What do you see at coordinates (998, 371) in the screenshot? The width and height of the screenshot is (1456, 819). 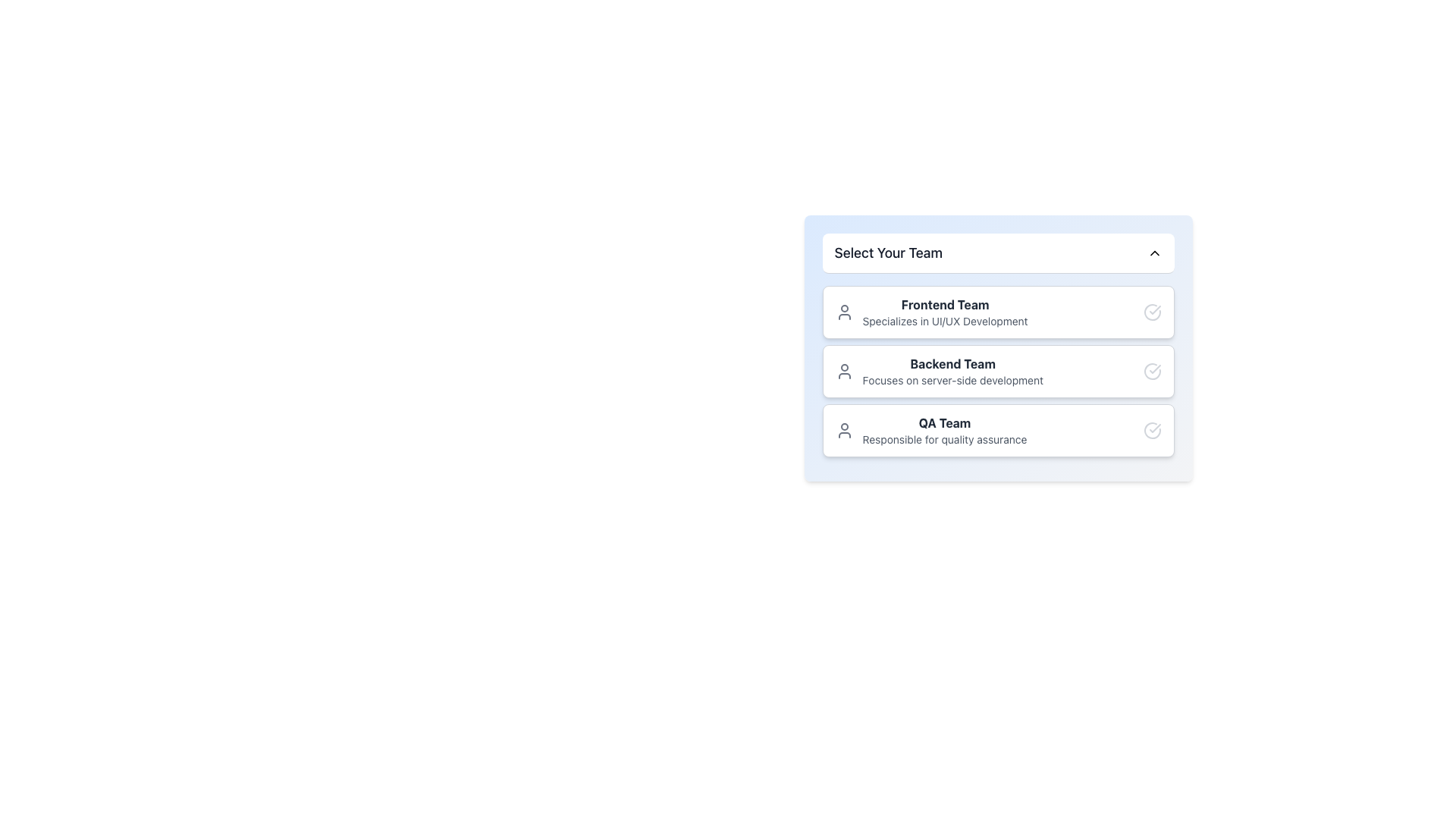 I see `the 'Backend Team' option in the 'Select Your Team' list, which is the second item located below 'Frontend Team' and above 'QA Team'` at bounding box center [998, 371].